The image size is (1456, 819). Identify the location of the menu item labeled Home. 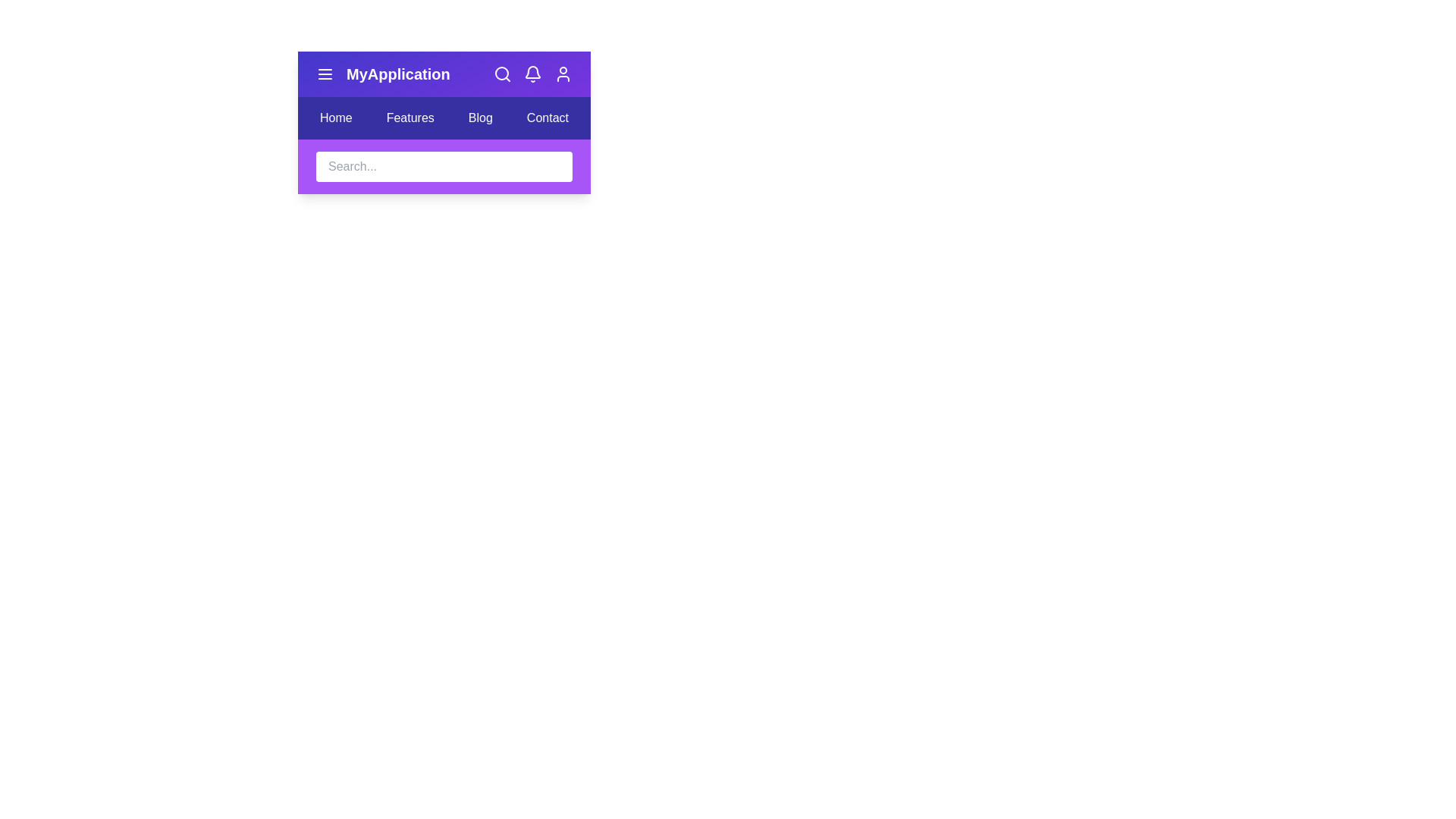
(334, 117).